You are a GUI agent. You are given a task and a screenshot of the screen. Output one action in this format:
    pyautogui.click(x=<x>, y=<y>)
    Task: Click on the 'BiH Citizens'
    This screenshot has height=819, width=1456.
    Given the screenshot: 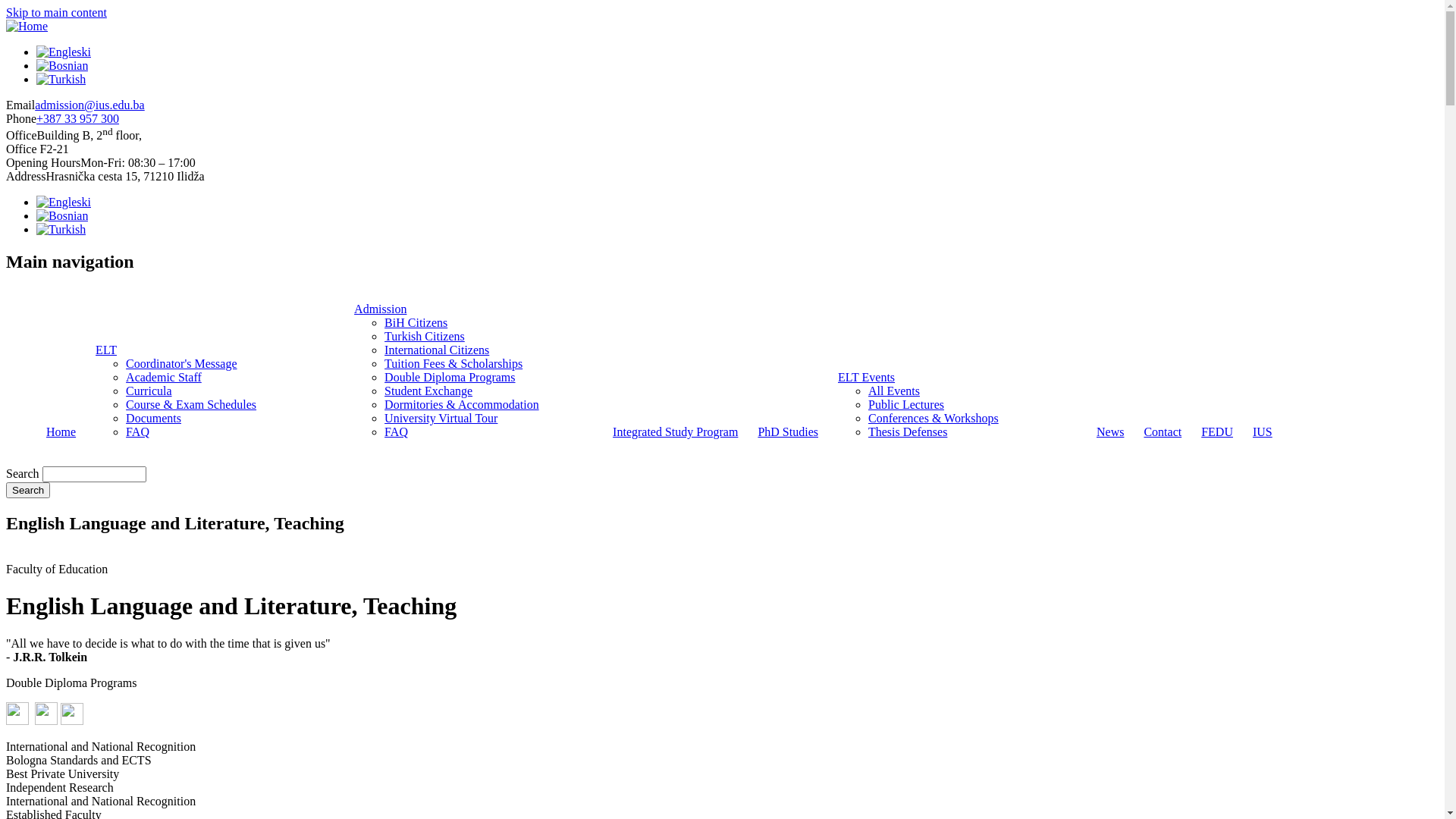 What is the action you would take?
    pyautogui.click(x=416, y=322)
    